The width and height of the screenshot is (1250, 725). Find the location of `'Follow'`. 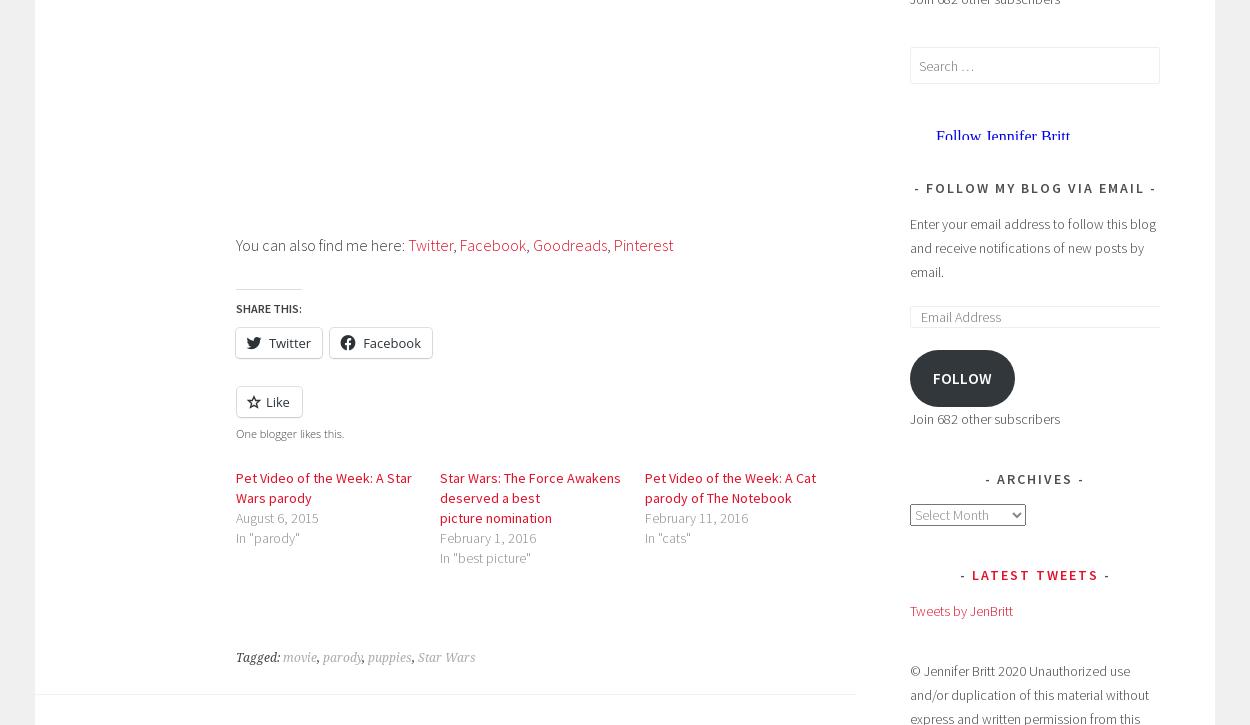

'Follow' is located at coordinates (960, 376).